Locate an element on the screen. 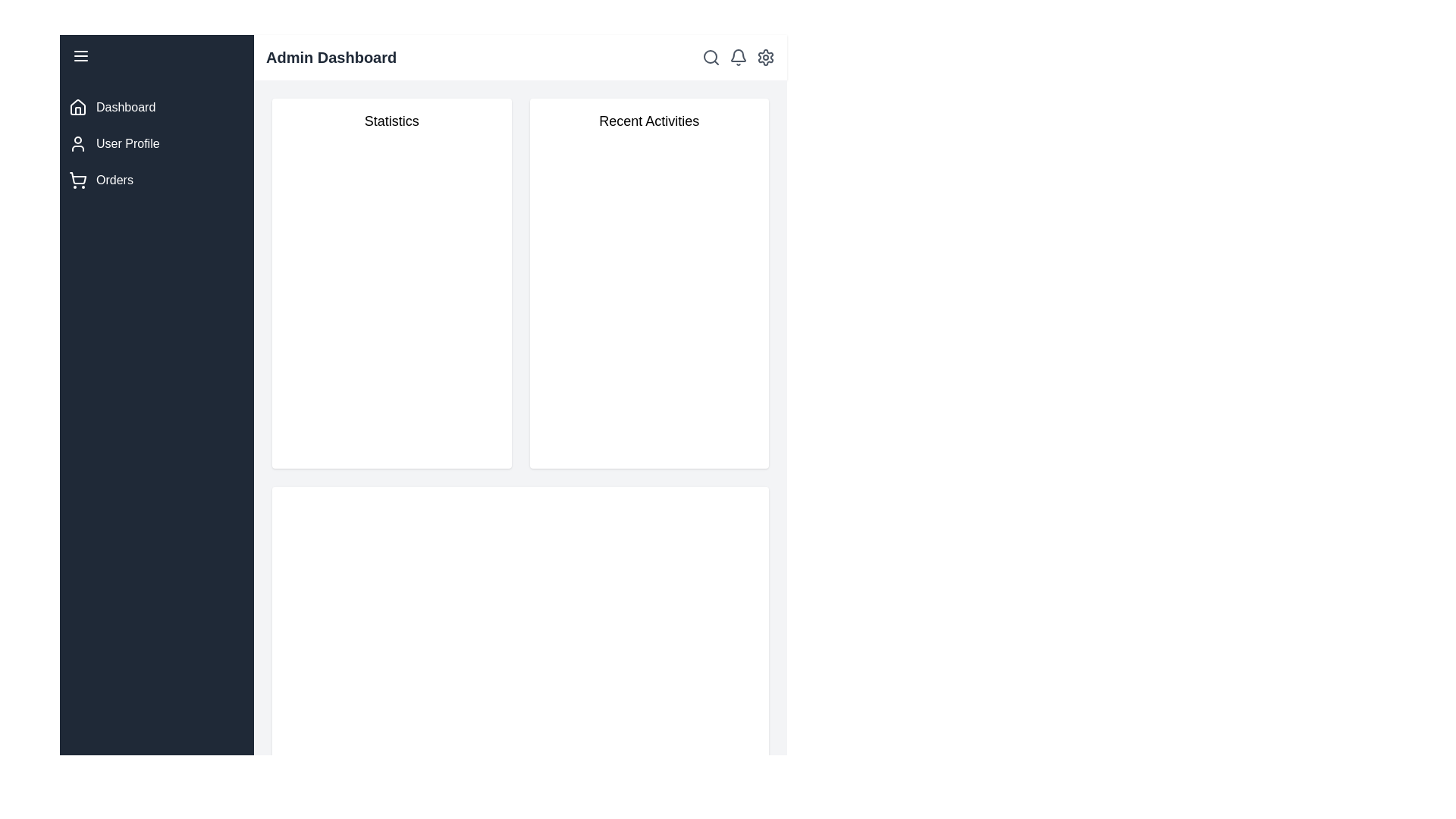 The height and width of the screenshot is (819, 1456). the 'Recent Activities' text label, which is a medium weight, larger font label located at the top of a white card on the right side of the main content area is located at coordinates (649, 120).